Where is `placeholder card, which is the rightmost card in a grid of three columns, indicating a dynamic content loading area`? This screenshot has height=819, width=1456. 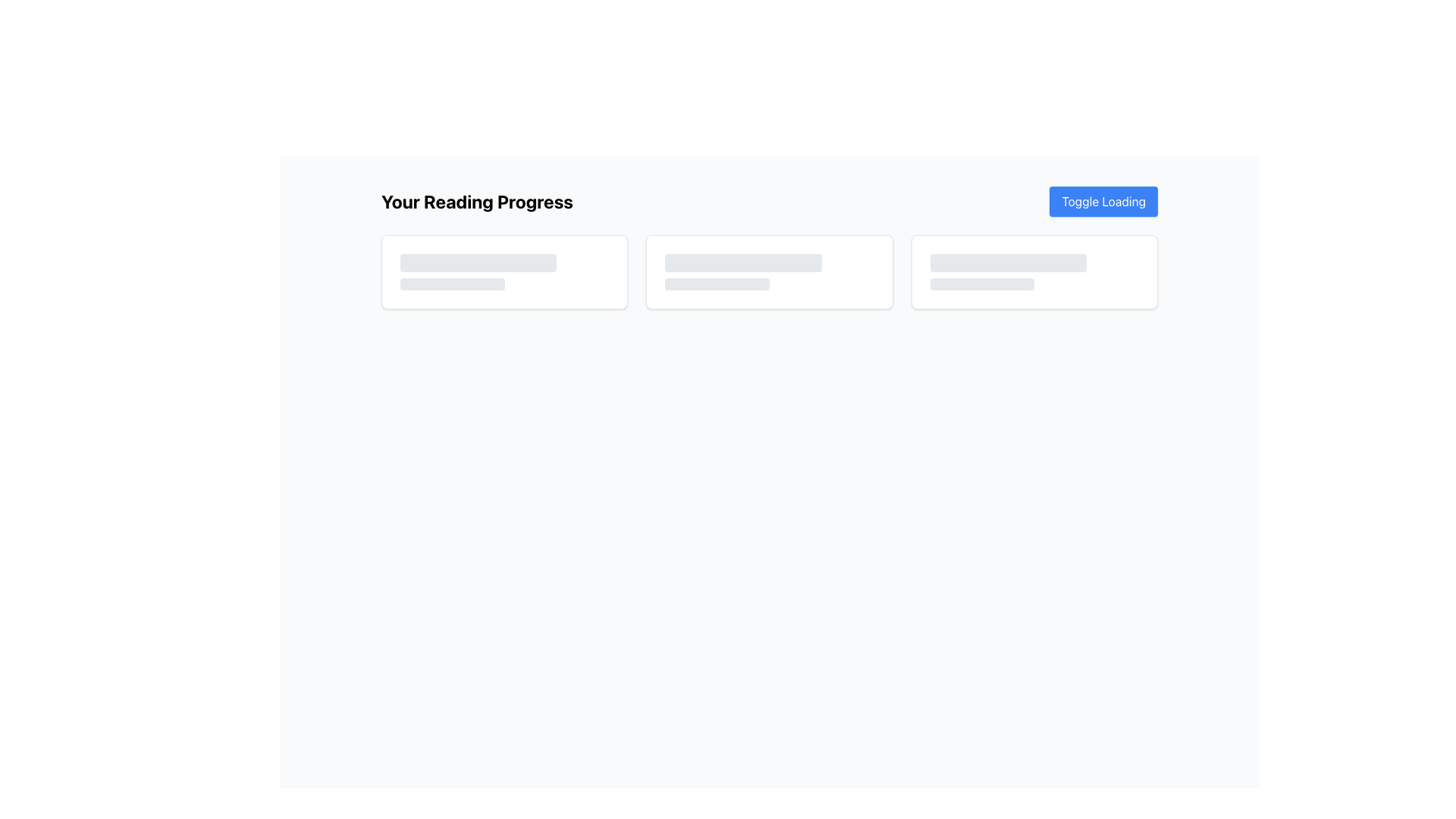 placeholder card, which is the rightmost card in a grid of three columns, indicating a dynamic content loading area is located at coordinates (1034, 271).